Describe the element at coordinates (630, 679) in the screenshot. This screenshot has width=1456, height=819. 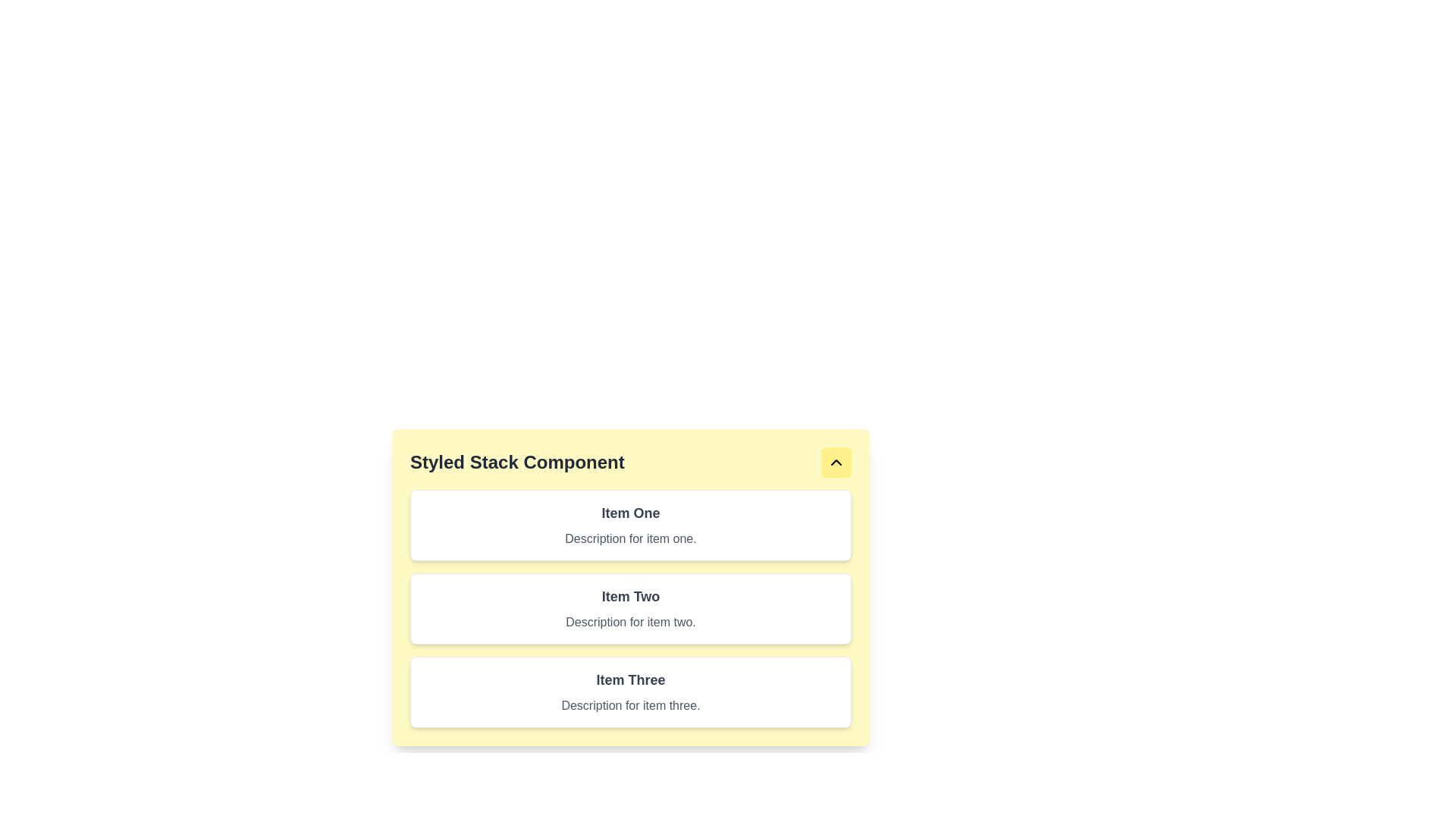
I see `text displayed in the 'Item Three' text label, which is the title of the third card in the vertically stacked list within the 'Styled Stack Component'` at that location.